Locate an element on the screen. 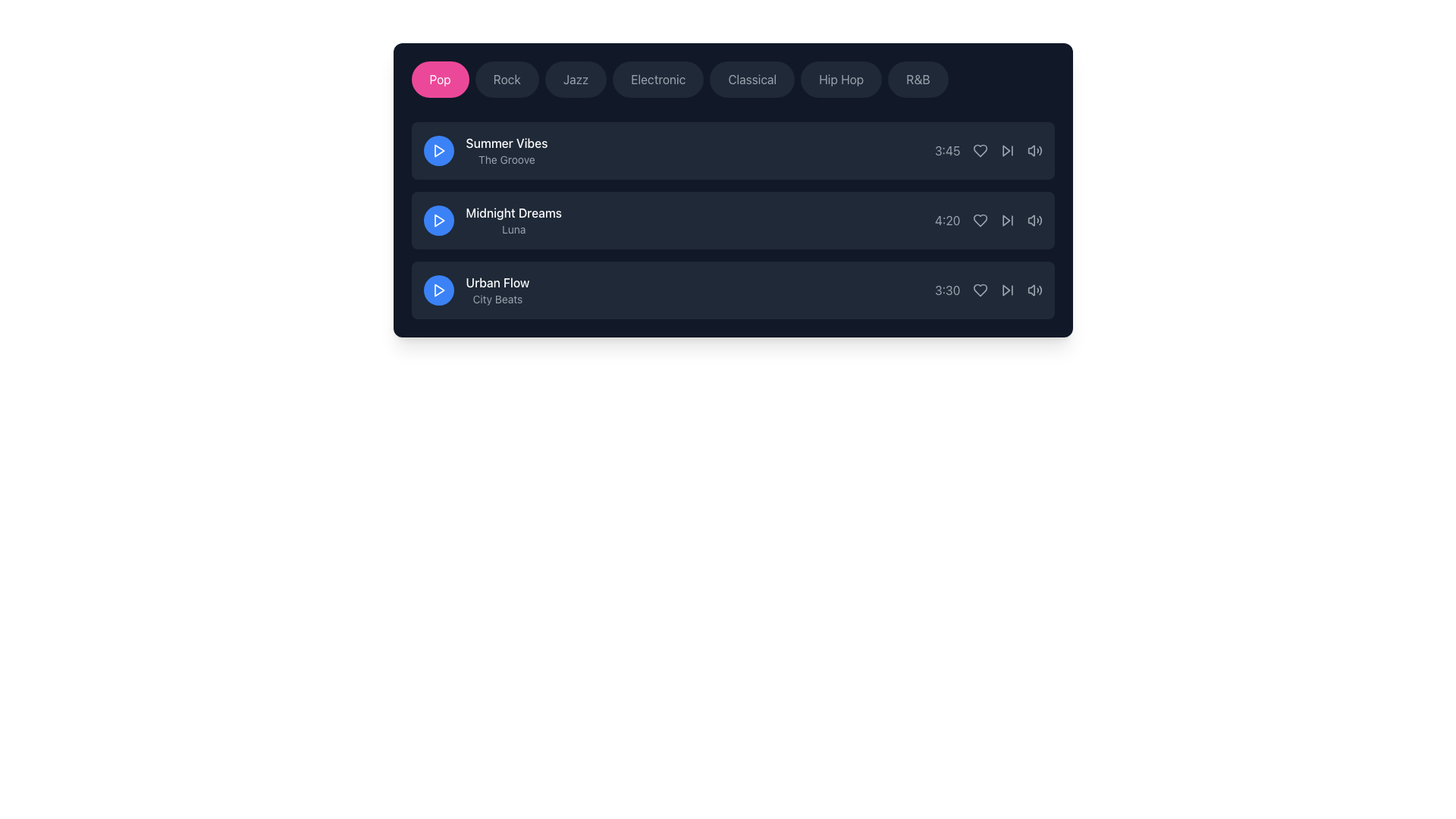 The image size is (1456, 819). title 'Summer Vibes' and subtitle 'The Groove' from the text label at the topmost position in the vertical list is located at coordinates (485, 151).